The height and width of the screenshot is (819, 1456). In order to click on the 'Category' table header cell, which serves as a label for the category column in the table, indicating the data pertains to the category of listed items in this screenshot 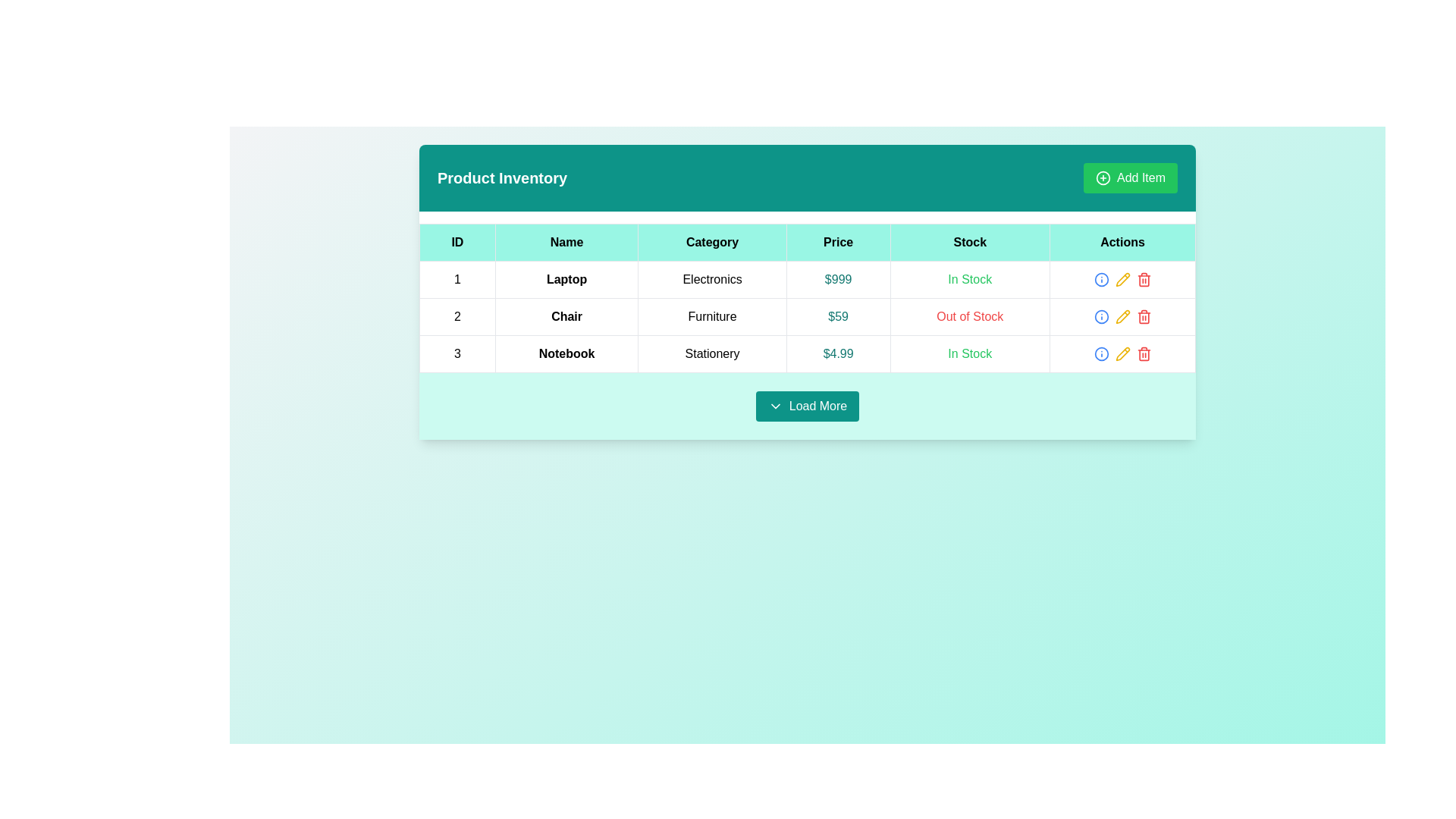, I will do `click(711, 242)`.